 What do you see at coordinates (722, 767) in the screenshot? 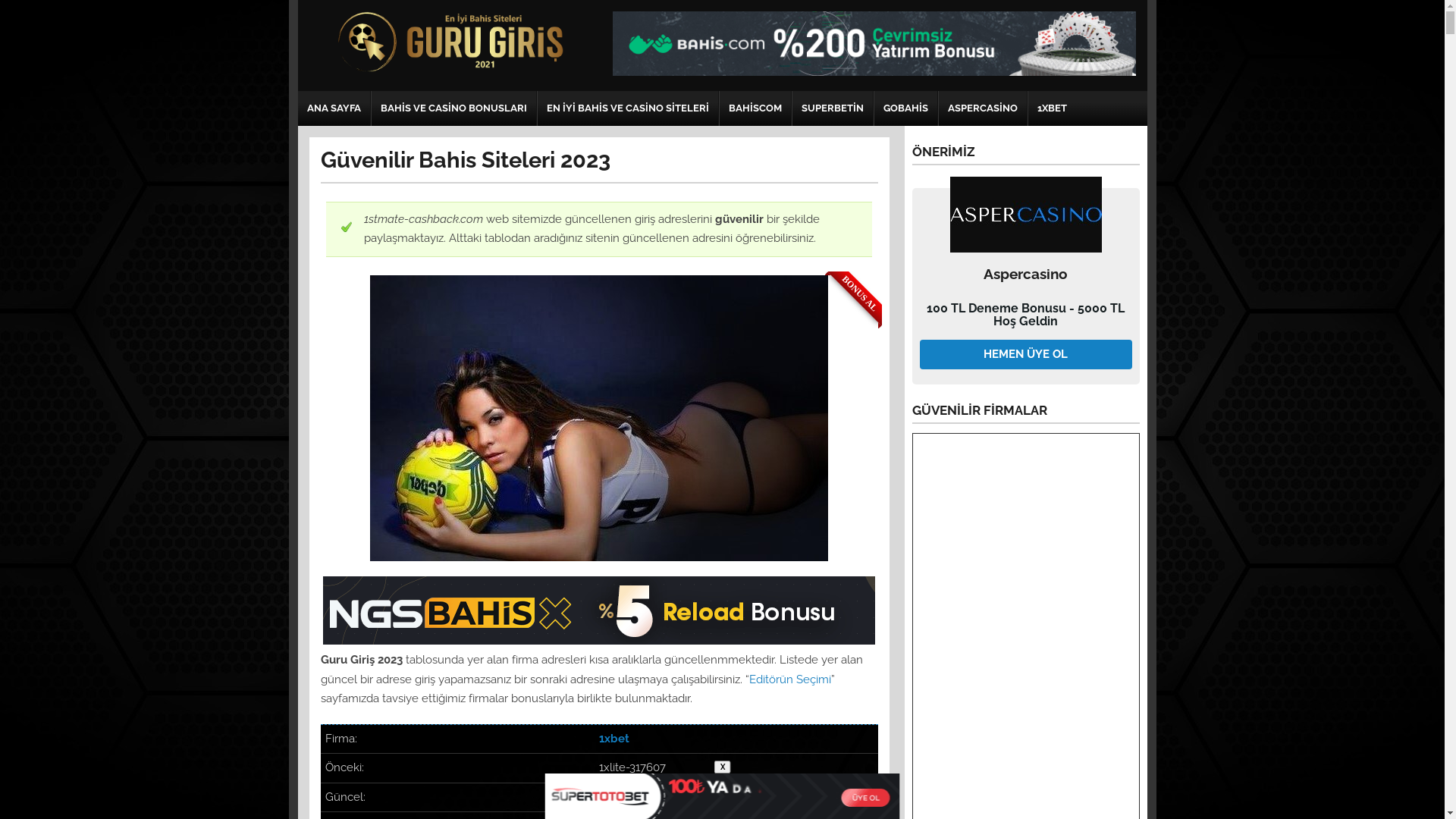
I see `'X'` at bounding box center [722, 767].